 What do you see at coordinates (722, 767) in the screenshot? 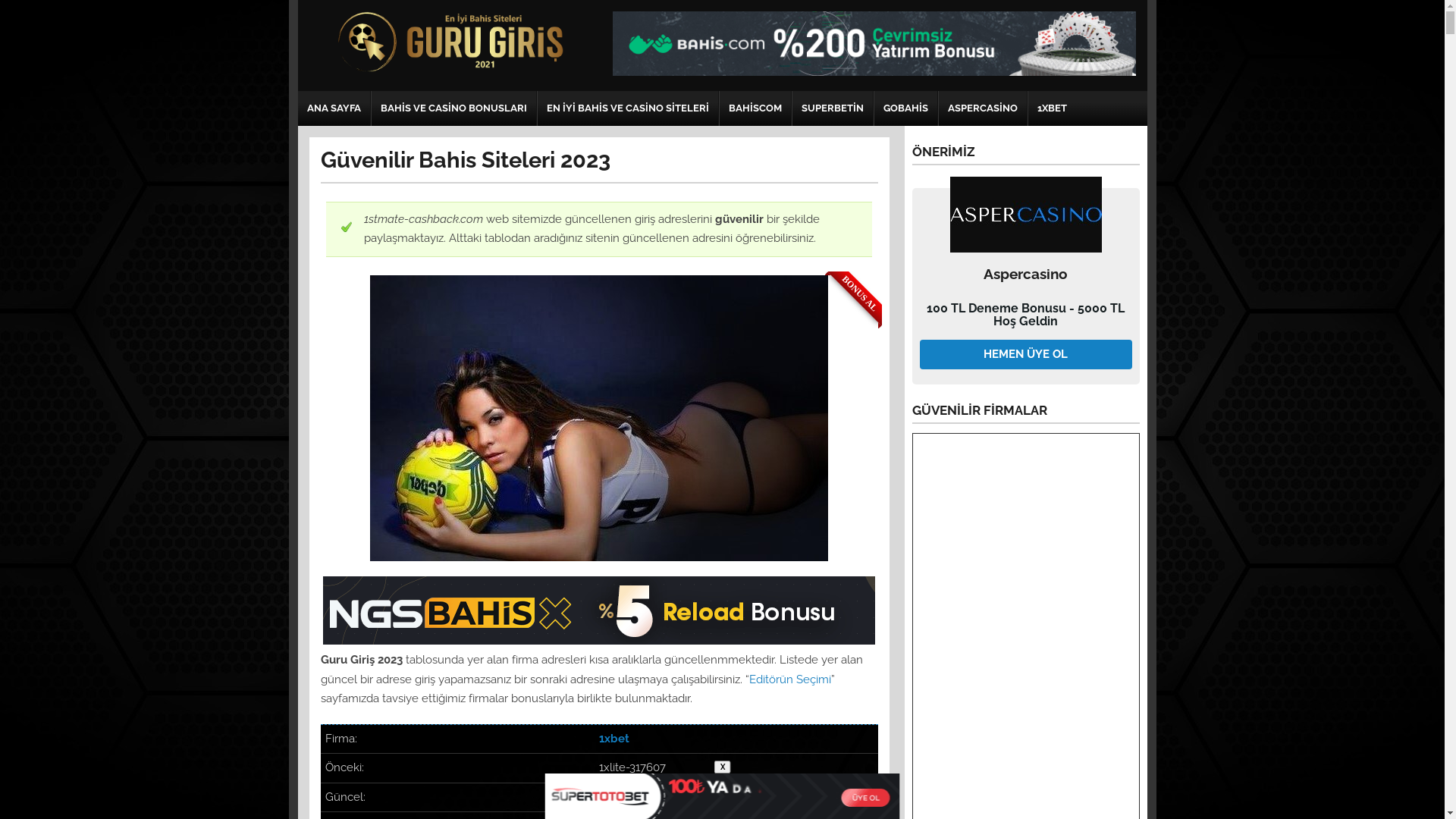
I see `'X'` at bounding box center [722, 767].